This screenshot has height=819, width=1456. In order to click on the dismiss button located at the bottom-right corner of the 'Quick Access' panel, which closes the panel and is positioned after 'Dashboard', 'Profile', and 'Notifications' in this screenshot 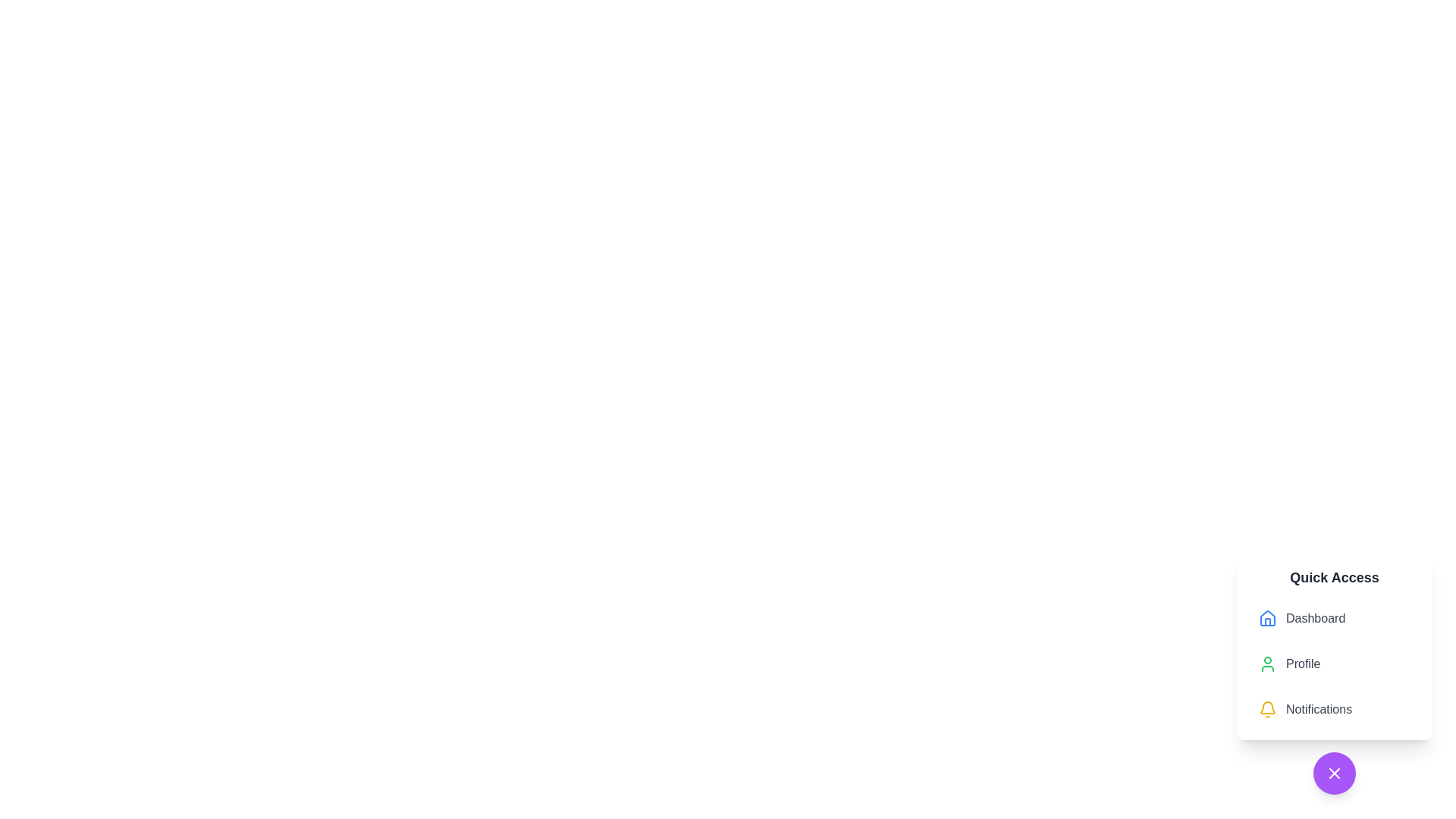, I will do `click(1335, 773)`.